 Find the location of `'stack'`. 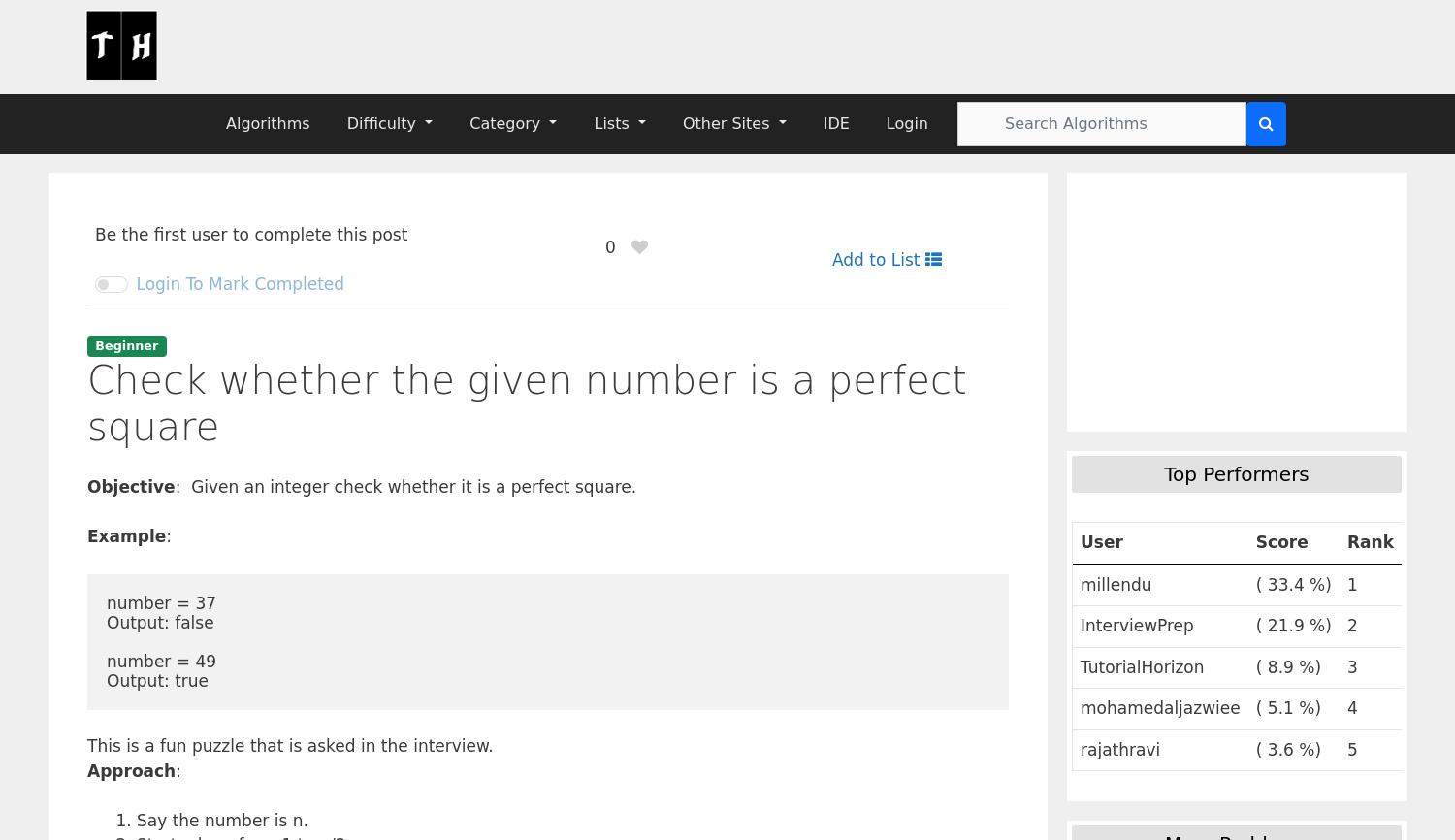

'stack' is located at coordinates (1110, 611).